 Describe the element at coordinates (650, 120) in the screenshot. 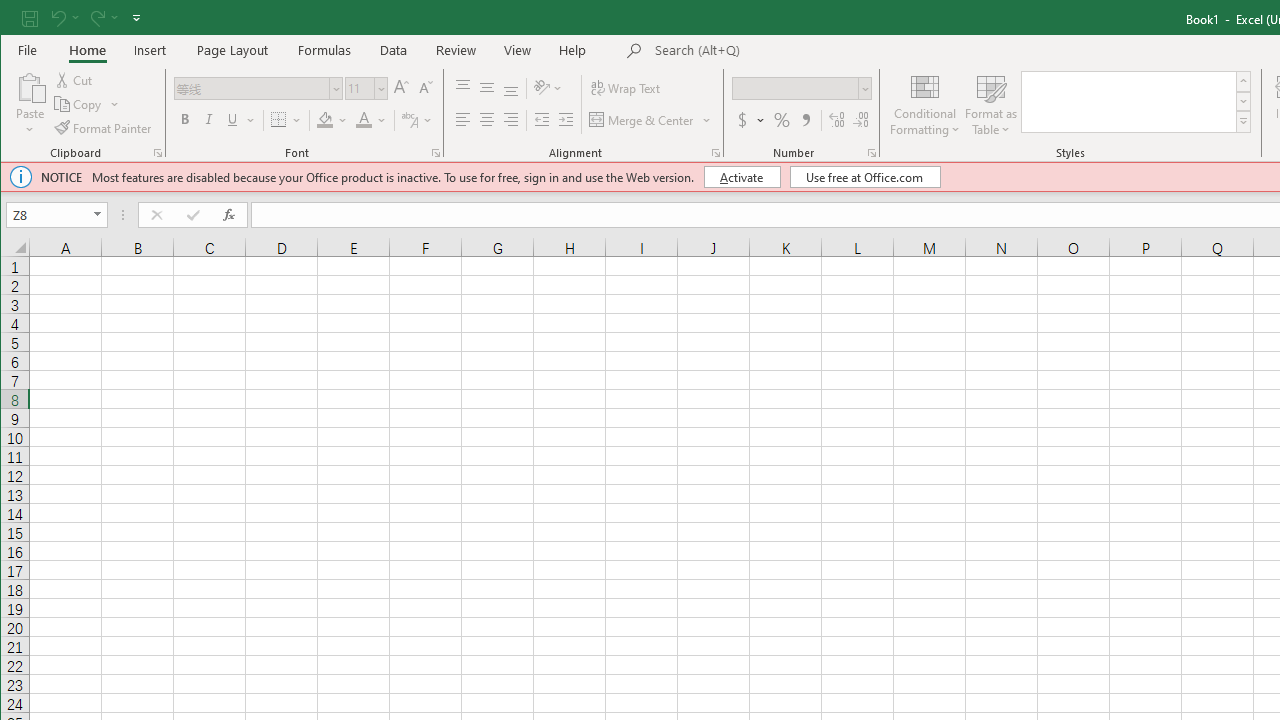

I see `'Merge & Center'` at that location.